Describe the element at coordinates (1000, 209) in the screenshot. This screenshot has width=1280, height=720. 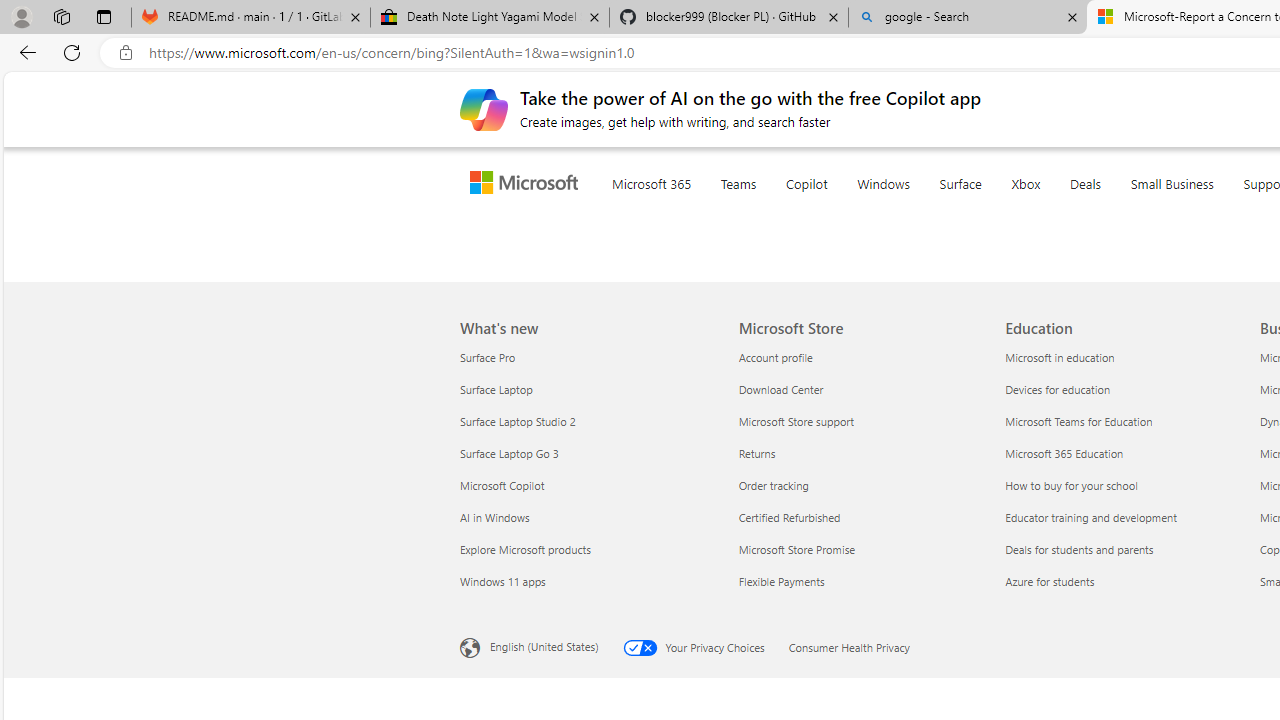
I see `'Surface'` at that location.